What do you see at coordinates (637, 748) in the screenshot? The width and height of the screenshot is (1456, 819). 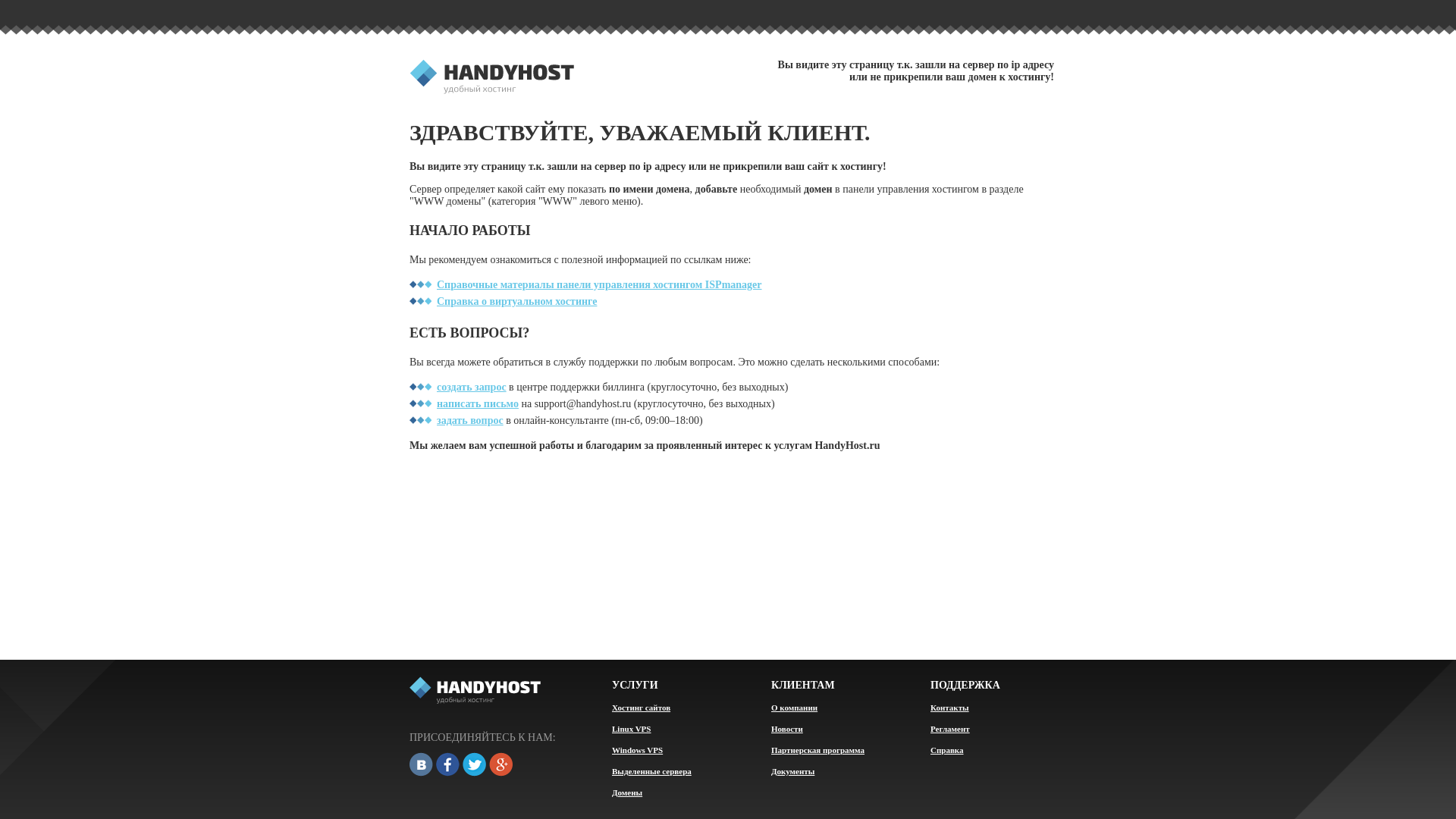 I see `'Windows VPS'` at bounding box center [637, 748].